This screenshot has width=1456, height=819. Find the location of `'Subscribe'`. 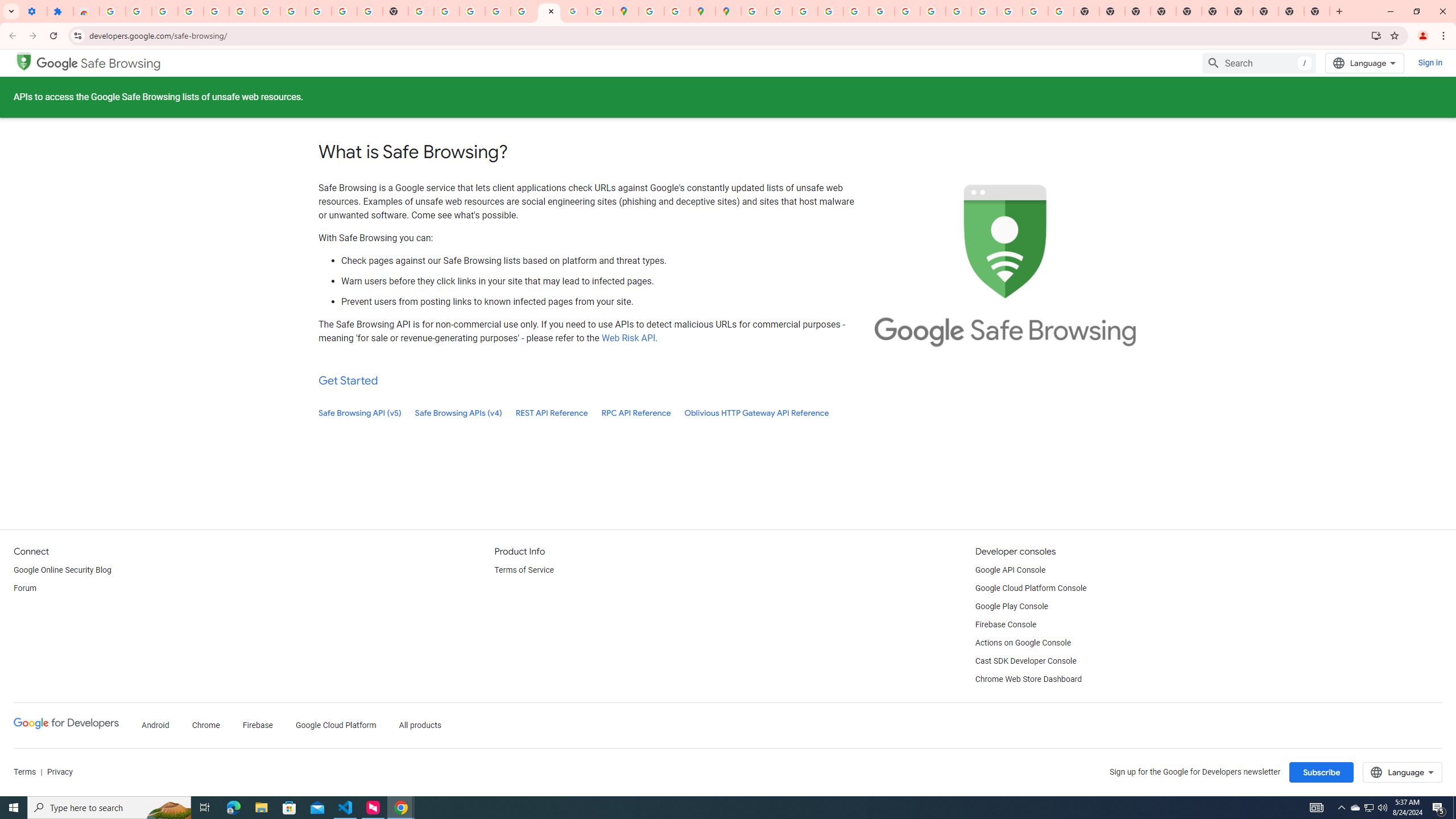

'Subscribe' is located at coordinates (1321, 772).